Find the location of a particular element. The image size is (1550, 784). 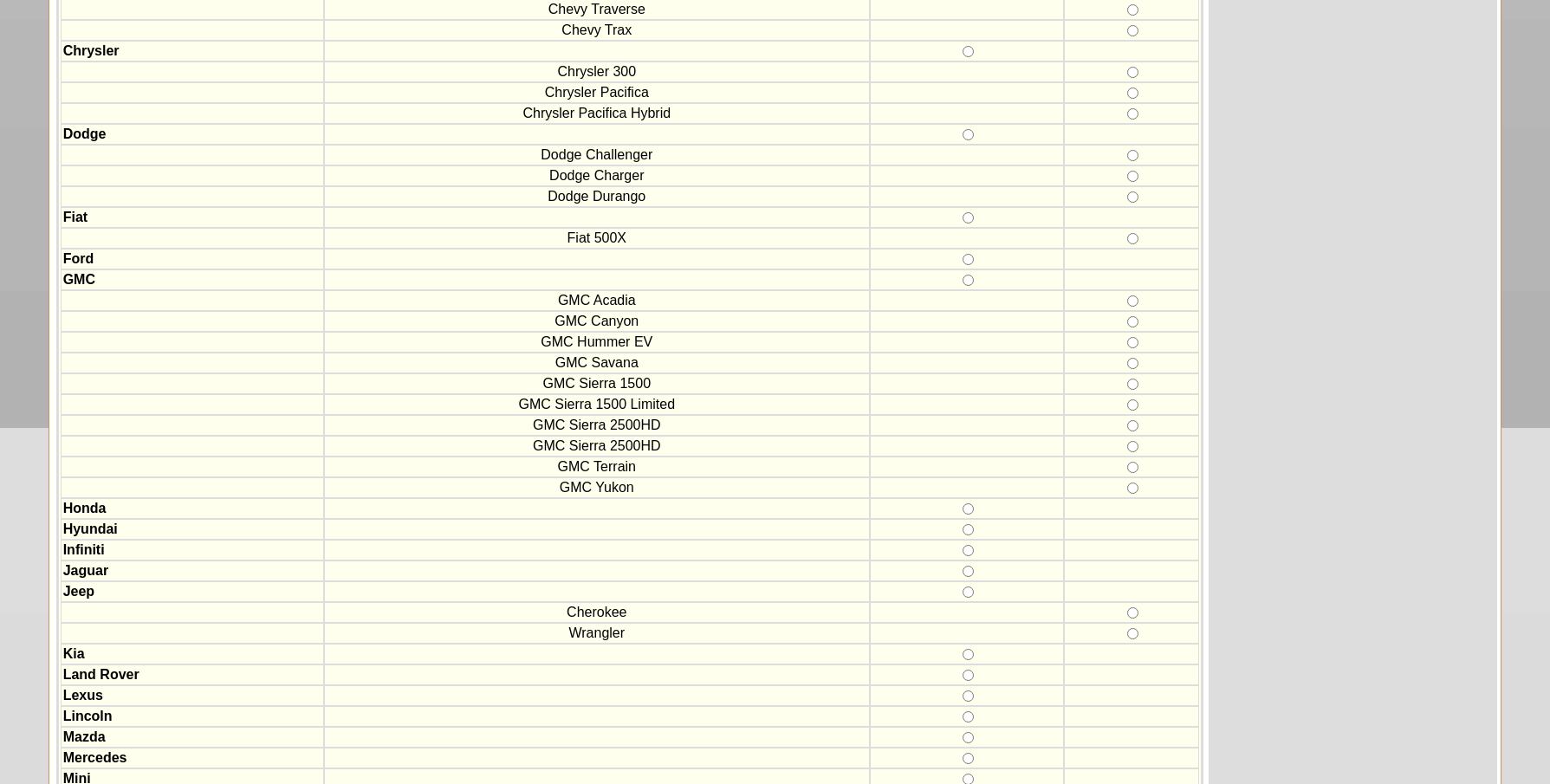

'Chrysler' is located at coordinates (90, 50).